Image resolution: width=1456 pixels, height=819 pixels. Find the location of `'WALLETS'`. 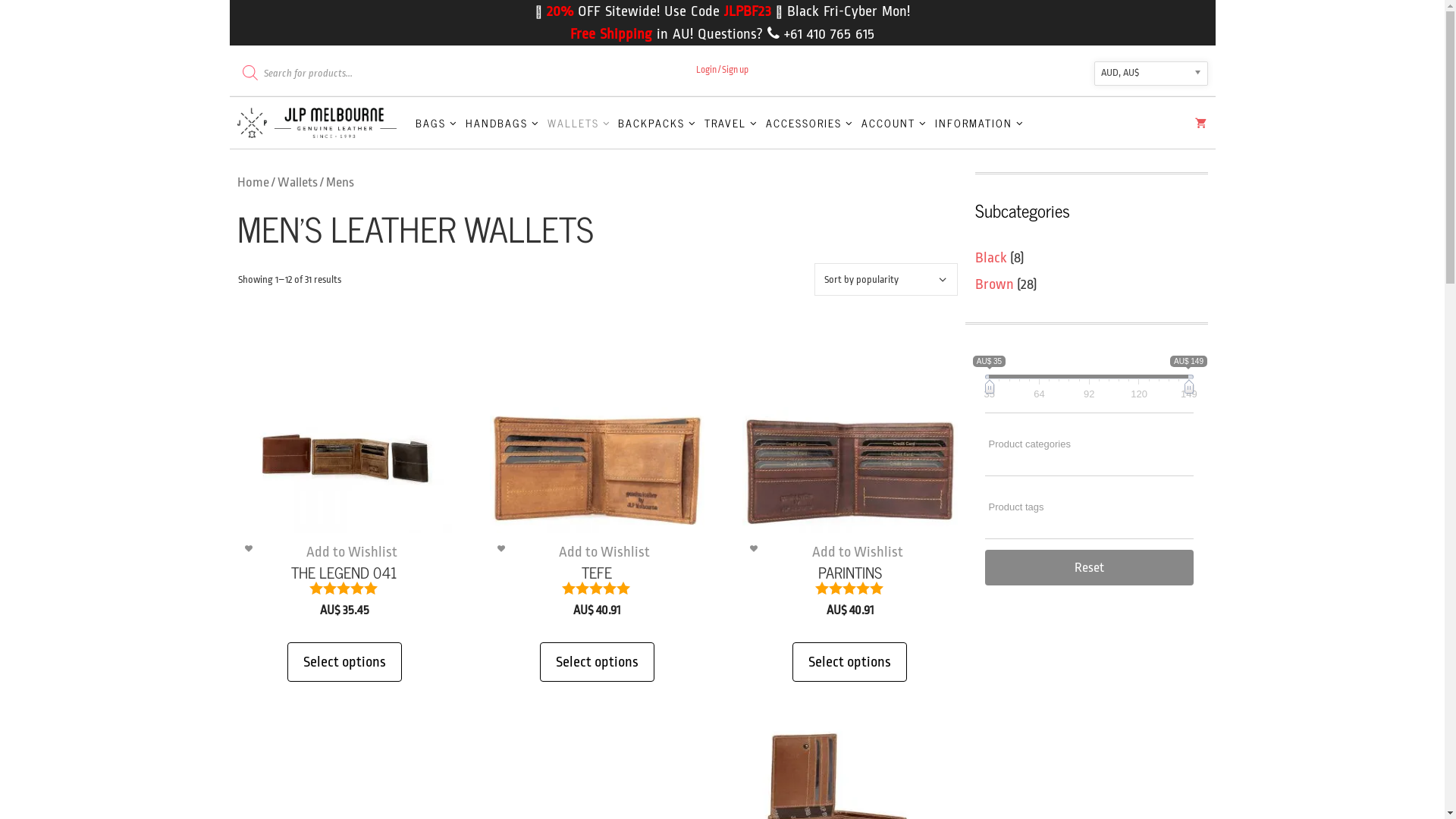

'WALLETS' is located at coordinates (578, 122).